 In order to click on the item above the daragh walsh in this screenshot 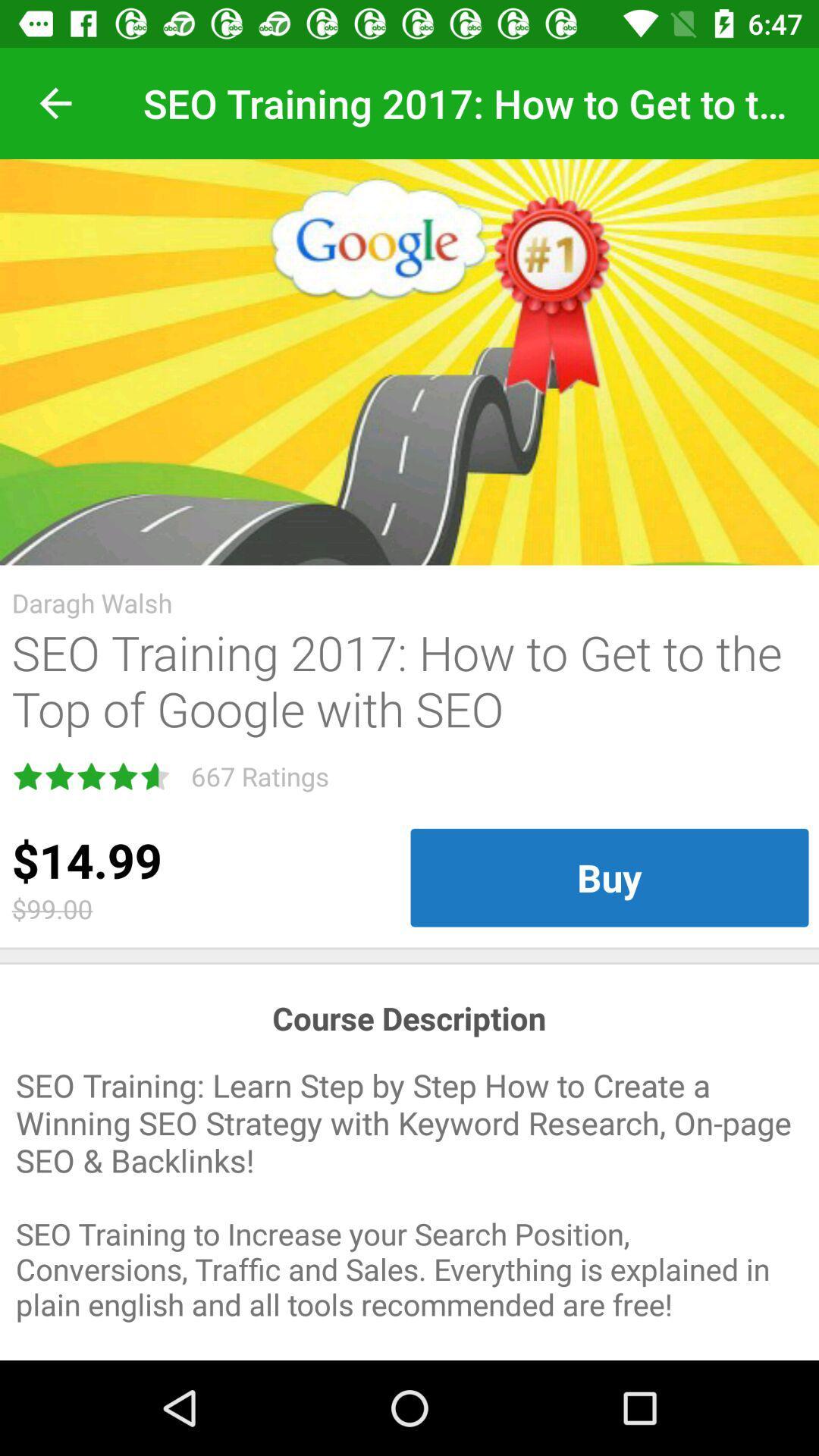, I will do `click(409, 361)`.